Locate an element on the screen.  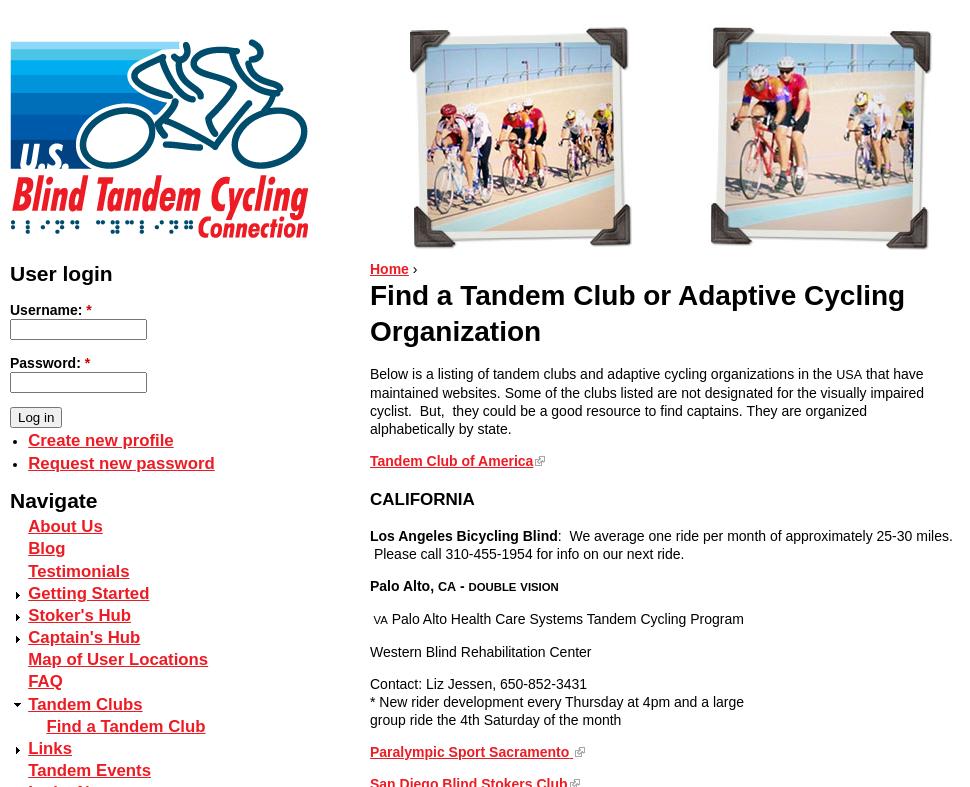
'Testimonials' is located at coordinates (77, 569).